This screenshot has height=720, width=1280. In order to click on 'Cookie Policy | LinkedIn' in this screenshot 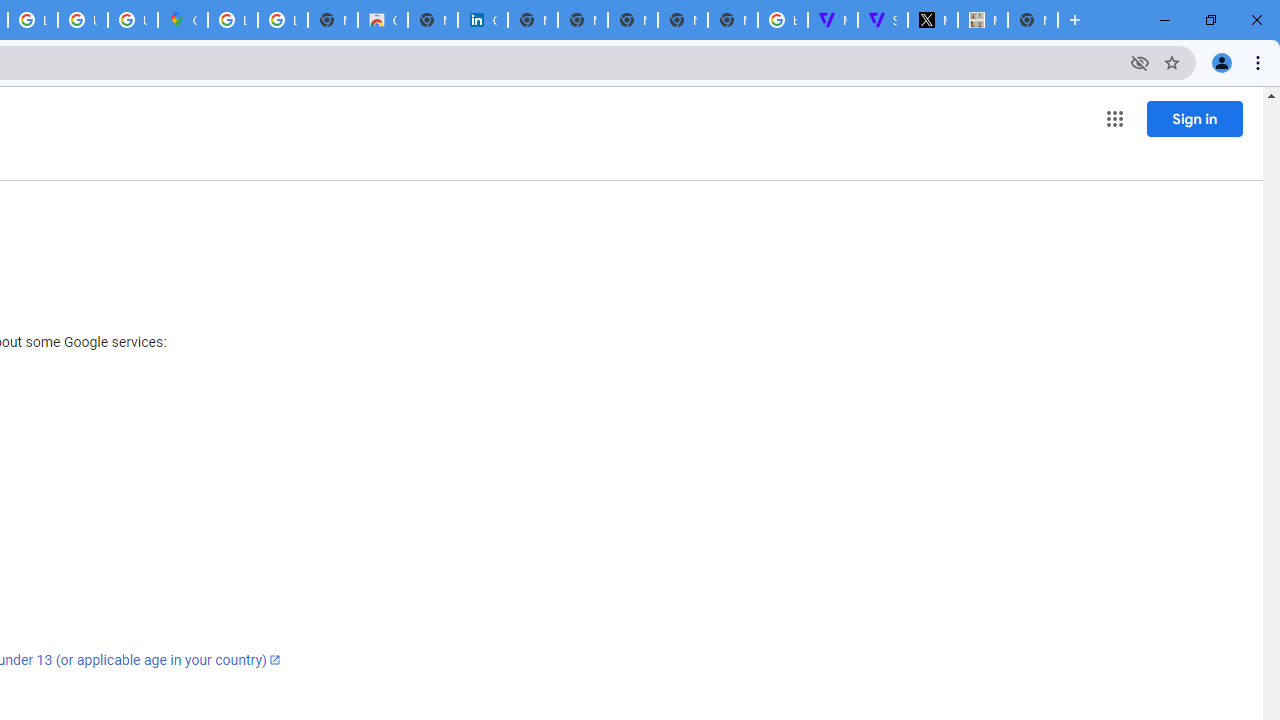, I will do `click(483, 20)`.